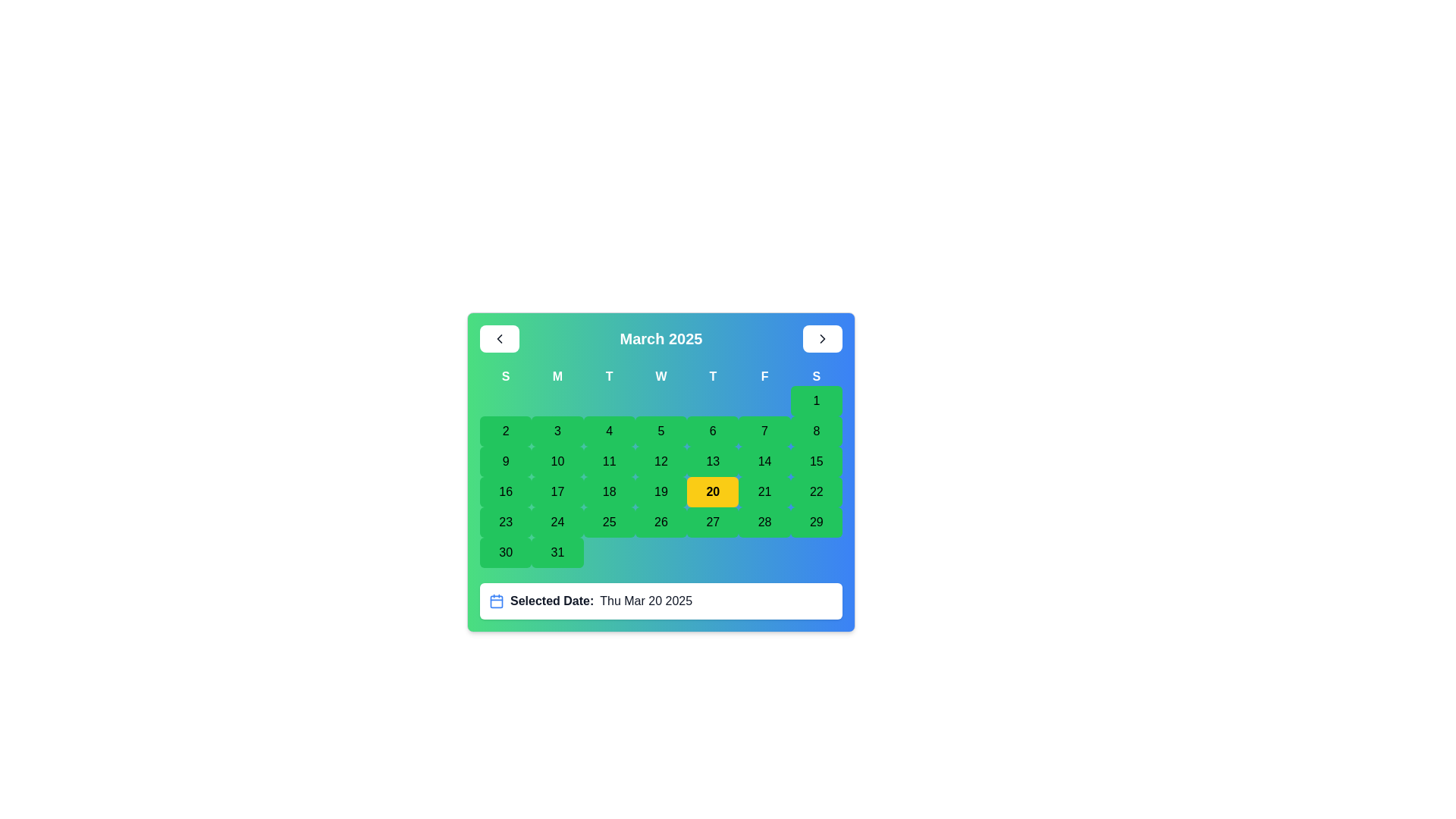 Image resolution: width=1456 pixels, height=819 pixels. I want to click on the empty cell in the calendar grid located in the first row and fourth column, beneath the 'W' for Wednesday, so click(661, 400).